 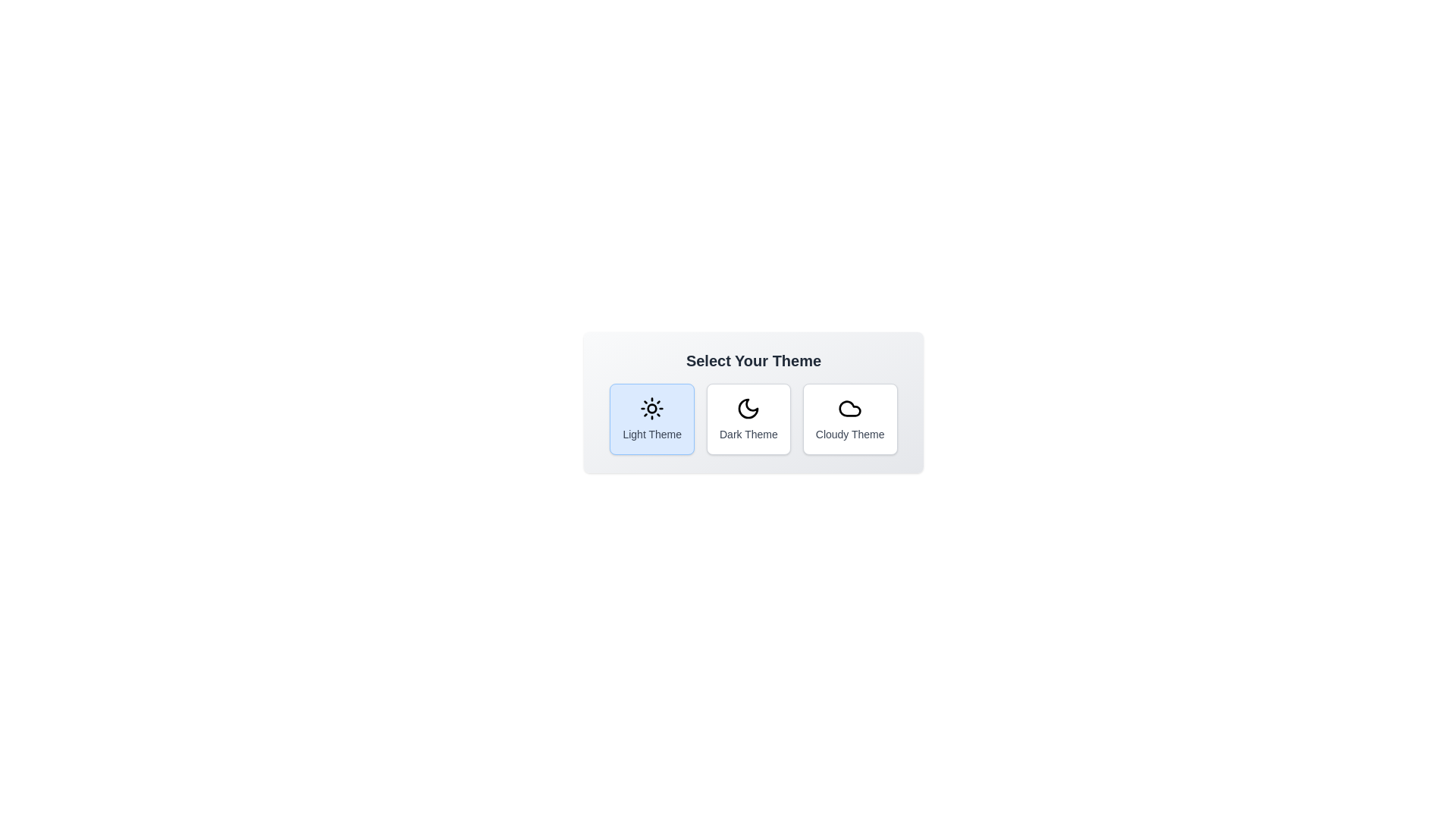 I want to click on the 'Light Theme' text label, which is part of a selectable button with a light blue background, so click(x=652, y=435).